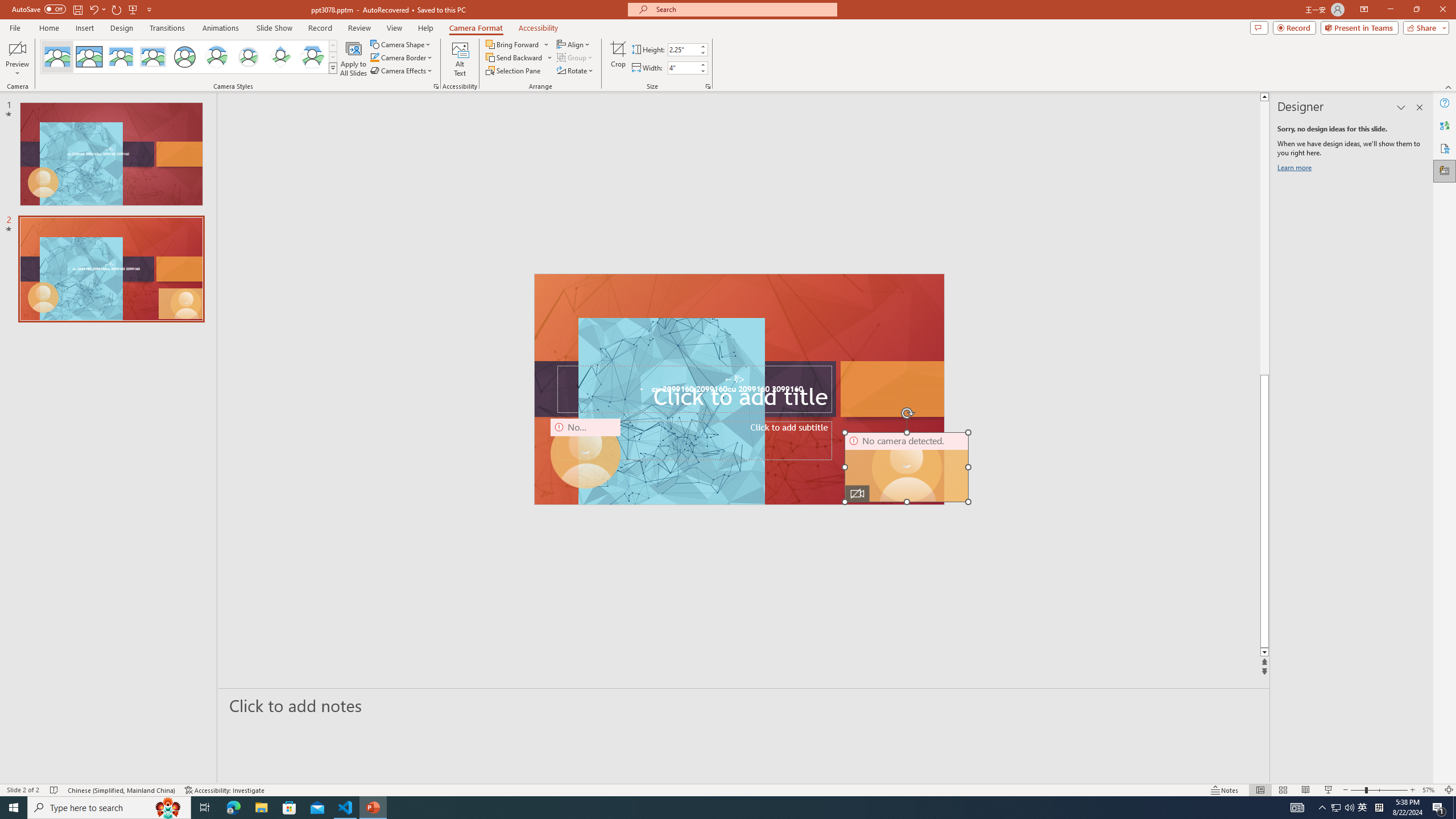  What do you see at coordinates (88, 56) in the screenshot?
I see `'Simple Frame Rectangle'` at bounding box center [88, 56].